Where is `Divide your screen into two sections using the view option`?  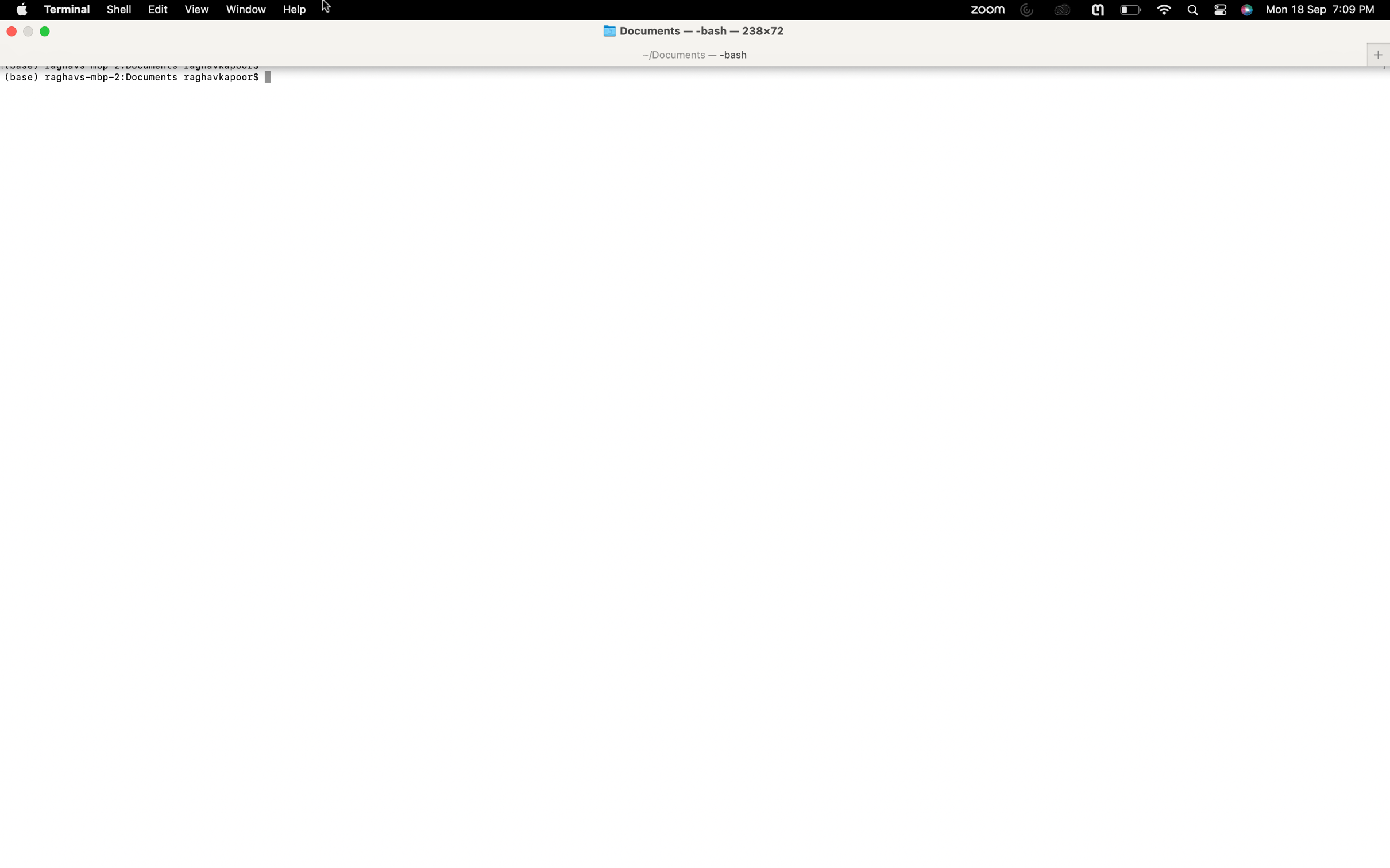
Divide your screen into two sections using the view option is located at coordinates (196, 9).